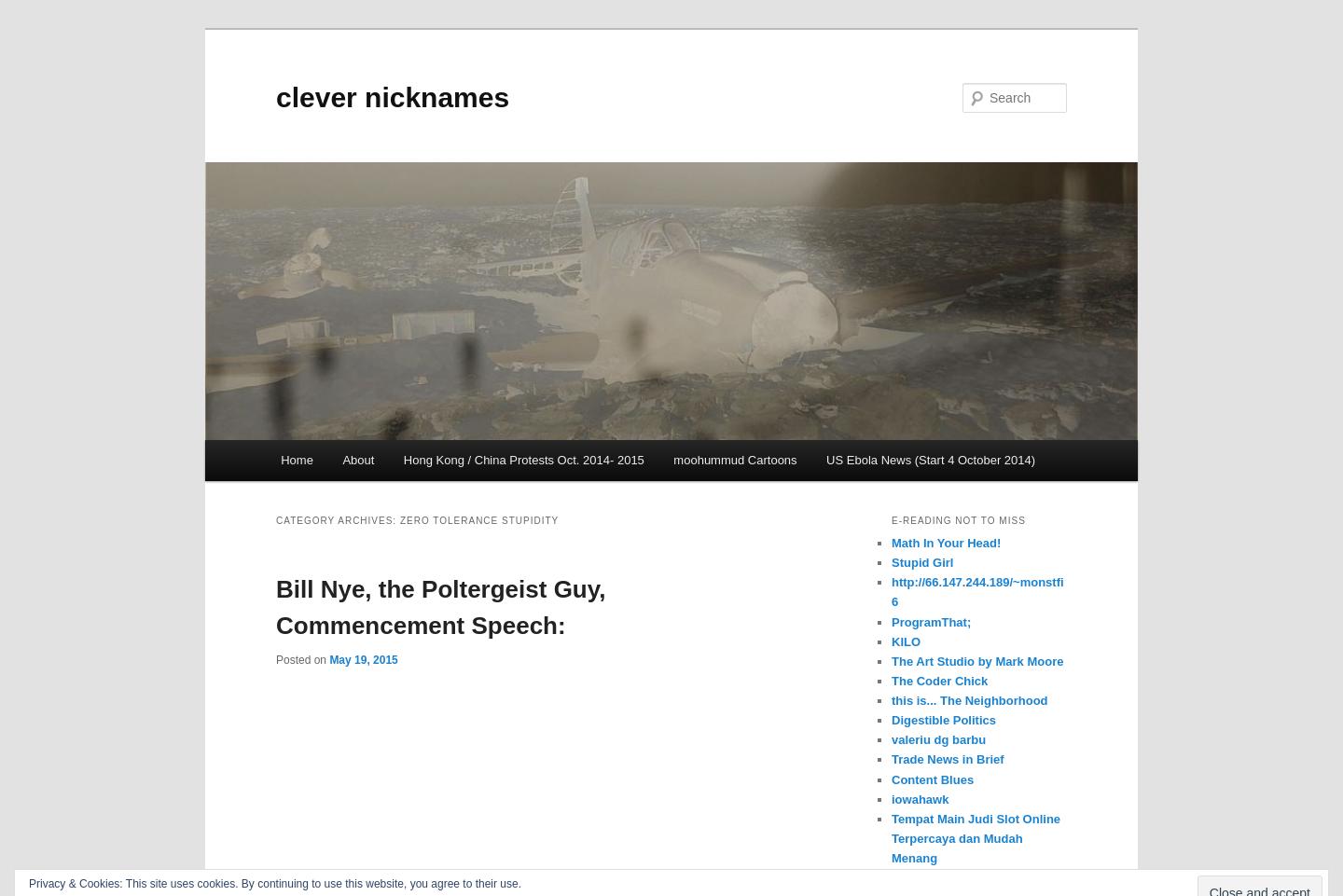  Describe the element at coordinates (440, 606) in the screenshot. I see `'Bill Nye, the Poltergeist Guy, Commencement Speech:'` at that location.